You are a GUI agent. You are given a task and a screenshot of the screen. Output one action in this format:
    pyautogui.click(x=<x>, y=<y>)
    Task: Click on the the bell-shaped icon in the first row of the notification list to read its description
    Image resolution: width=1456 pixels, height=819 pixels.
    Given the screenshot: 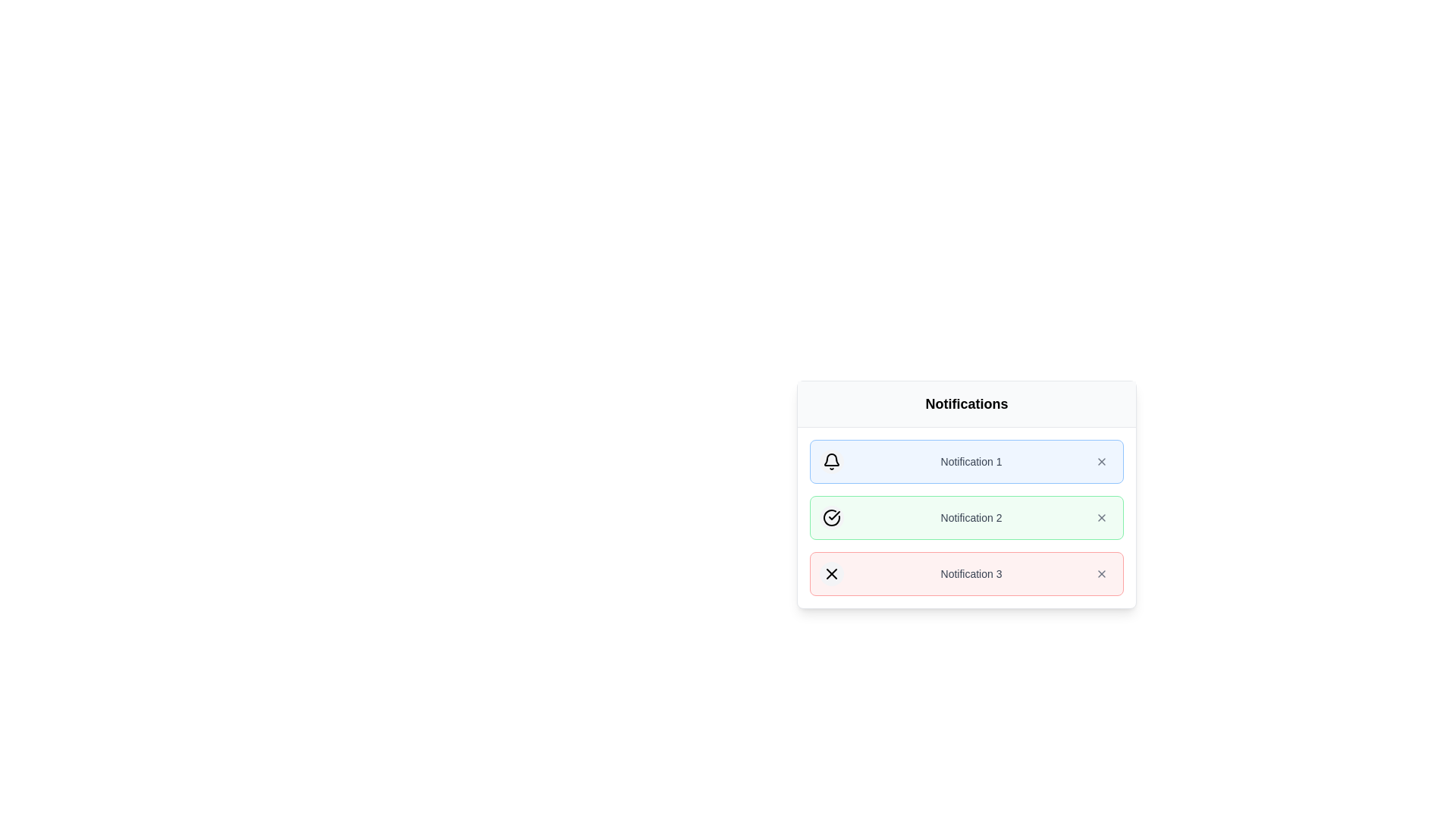 What is the action you would take?
    pyautogui.click(x=831, y=461)
    